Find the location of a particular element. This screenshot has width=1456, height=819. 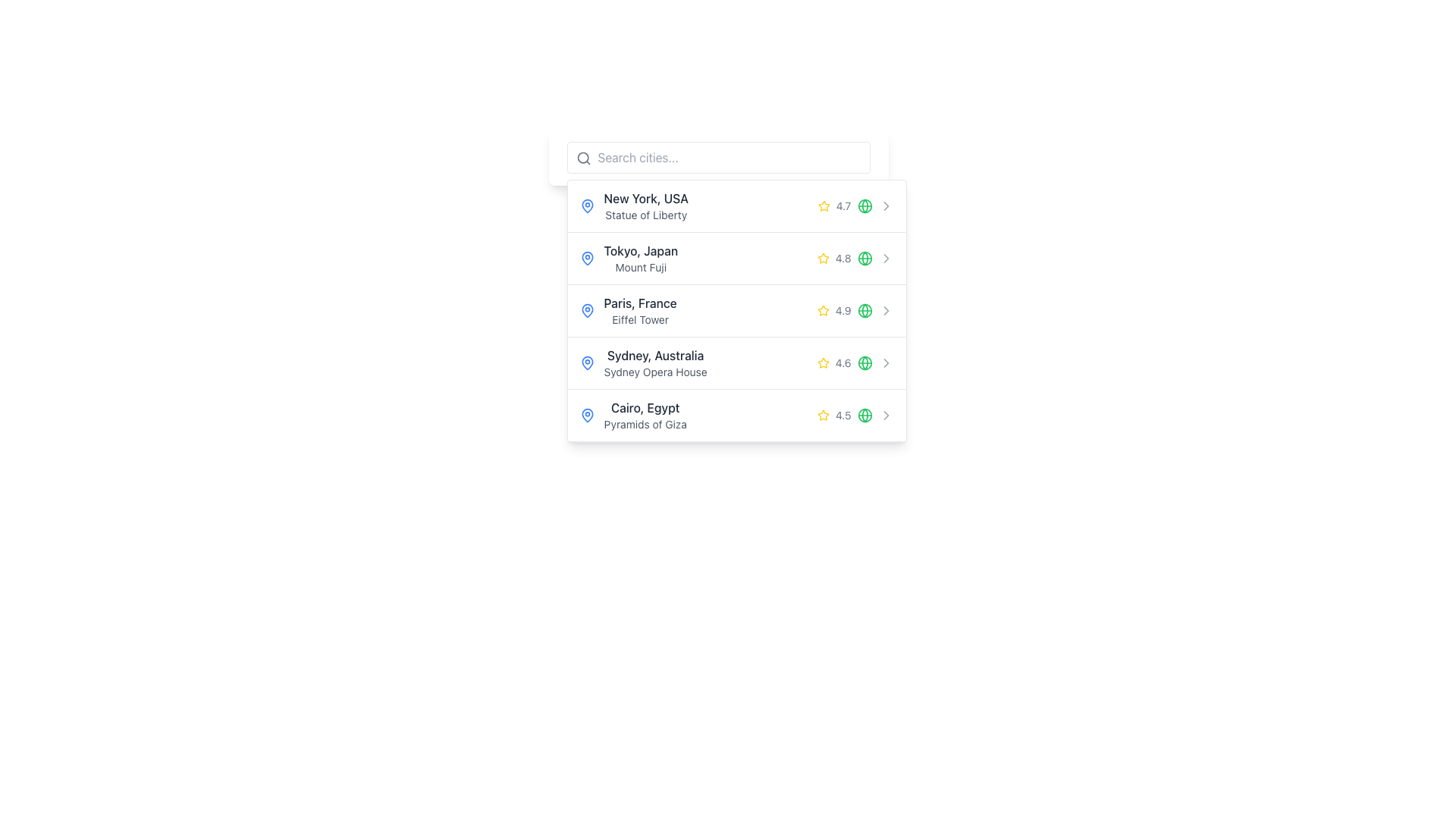

the yellow star-shaped icon representing a rating feature located next to the 'New York, USA' entry to interact with it is located at coordinates (823, 415).